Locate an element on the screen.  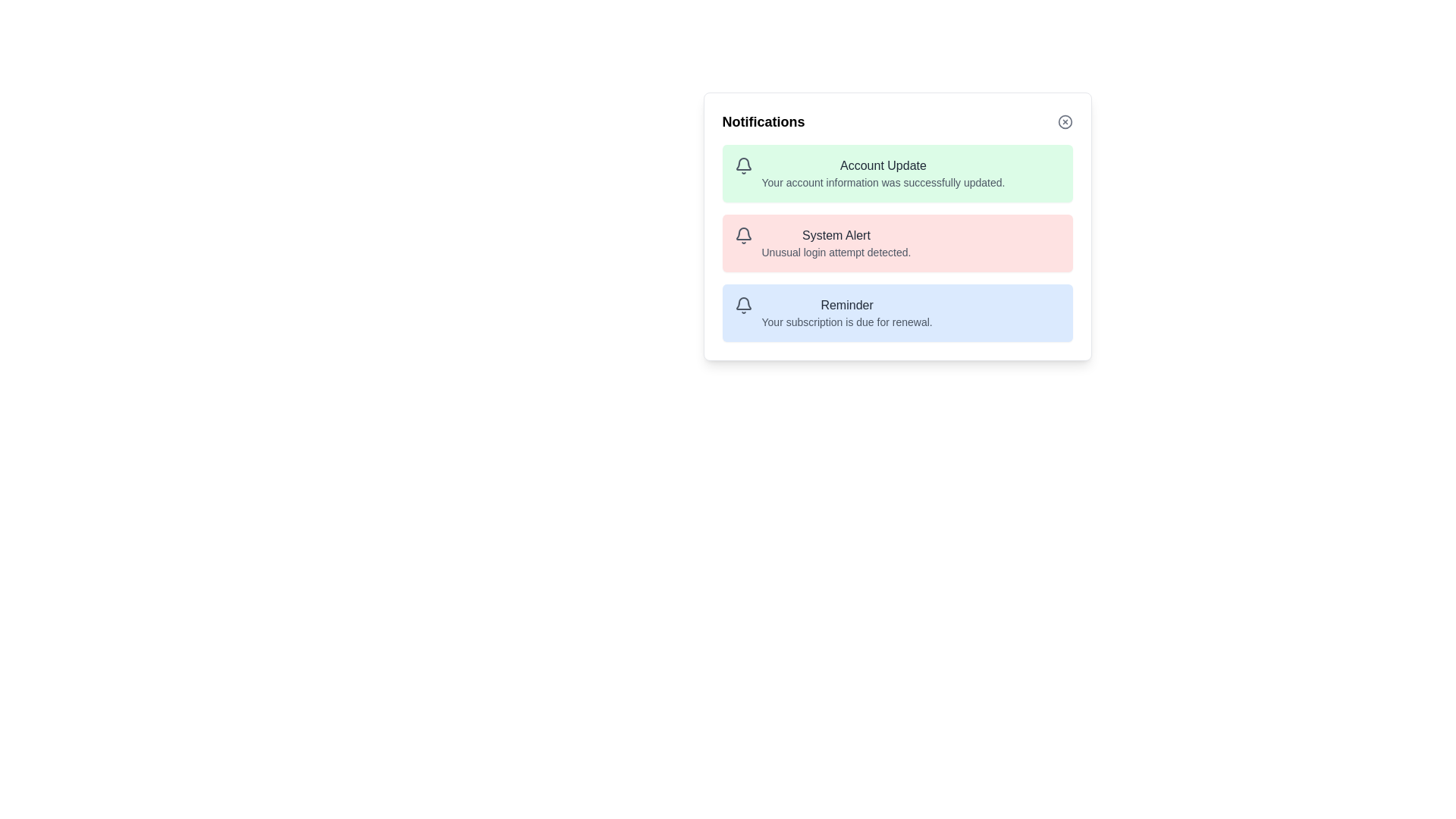
the text label that provides additional details about the 'System Alert' notification, which is the second notification block in a vertical stack of three notifications with a pink background is located at coordinates (836, 251).